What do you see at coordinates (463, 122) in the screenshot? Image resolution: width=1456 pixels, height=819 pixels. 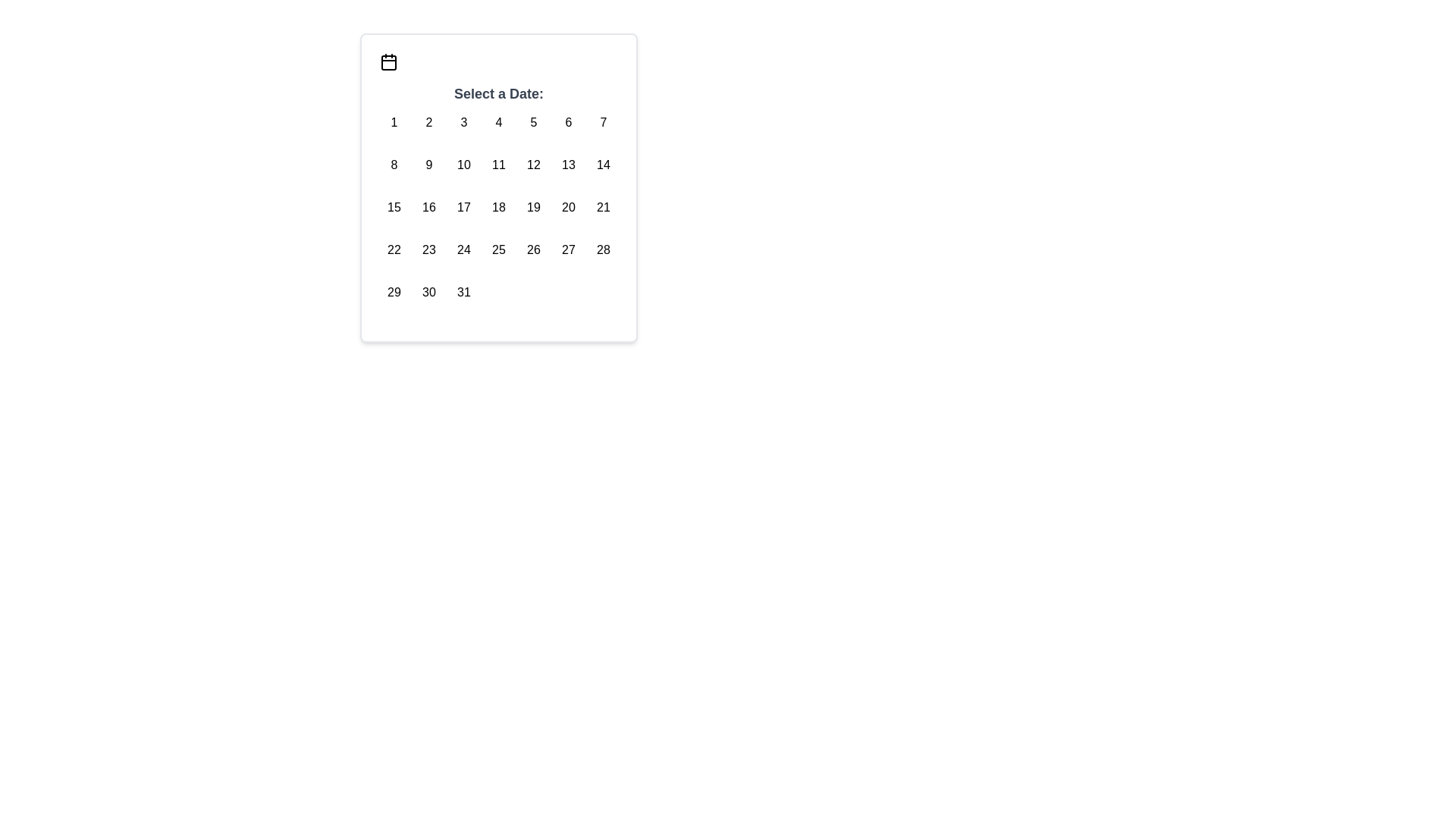 I see `the interactive button representing the third day of the month in the calendar view` at bounding box center [463, 122].